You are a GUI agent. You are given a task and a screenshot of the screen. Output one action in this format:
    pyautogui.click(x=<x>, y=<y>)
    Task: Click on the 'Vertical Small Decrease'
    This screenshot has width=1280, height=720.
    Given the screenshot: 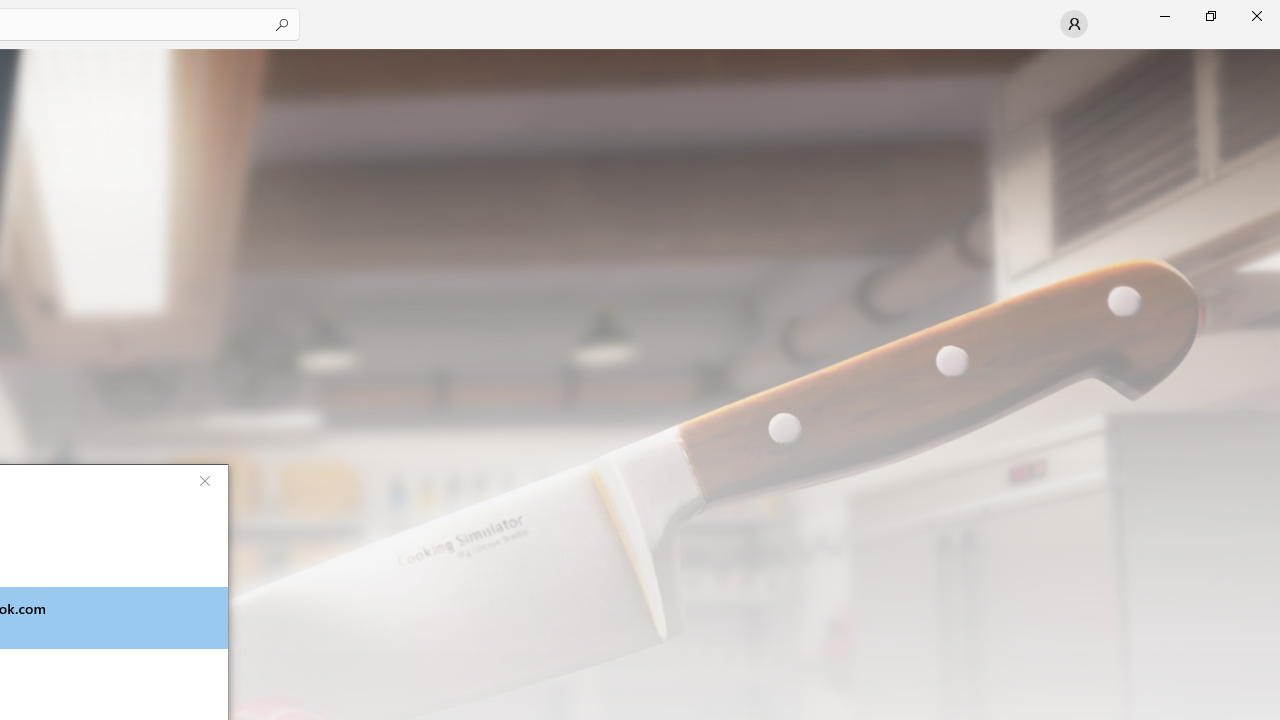 What is the action you would take?
    pyautogui.click(x=1271, y=54)
    